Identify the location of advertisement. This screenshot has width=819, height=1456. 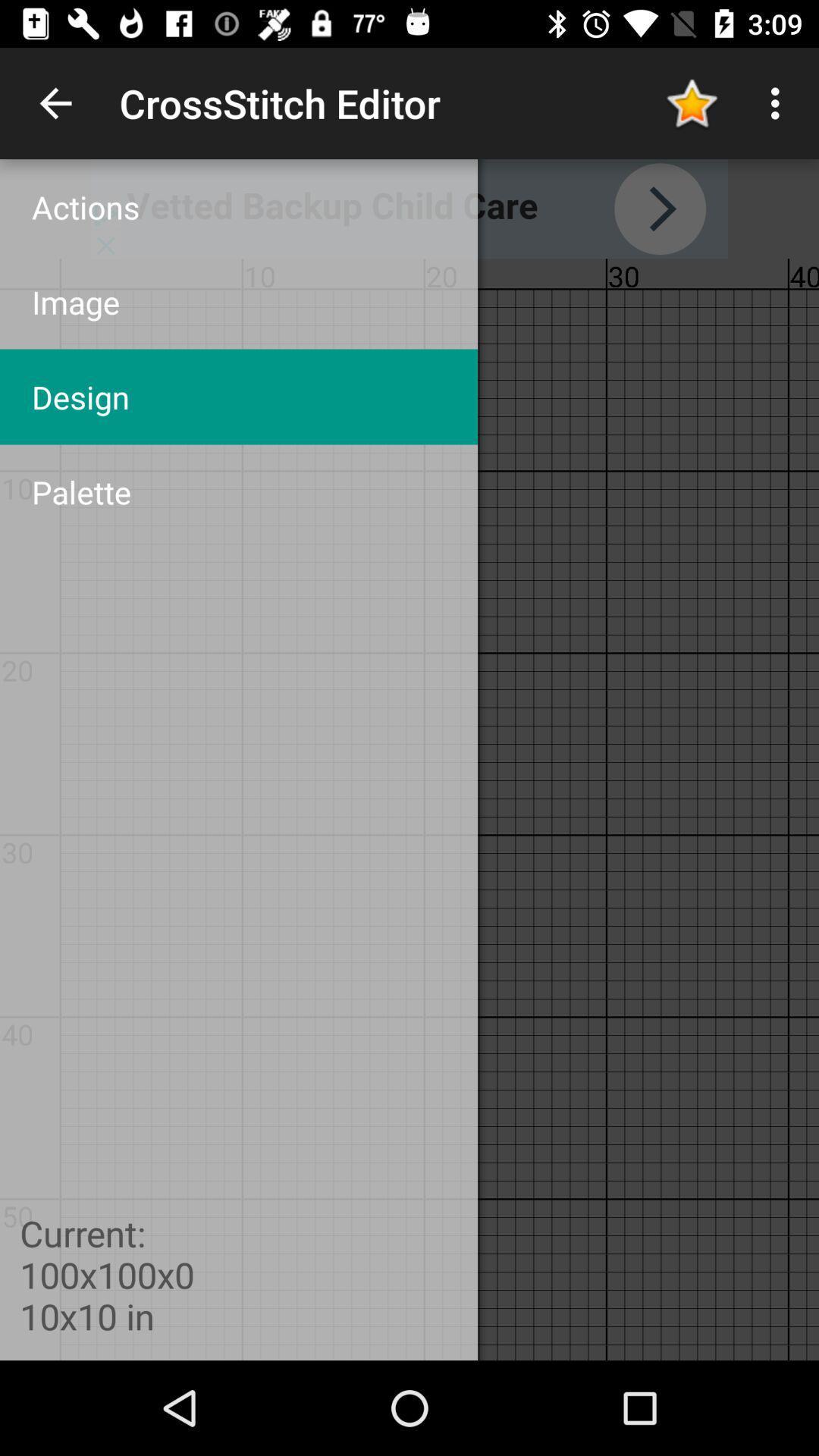
(409, 208).